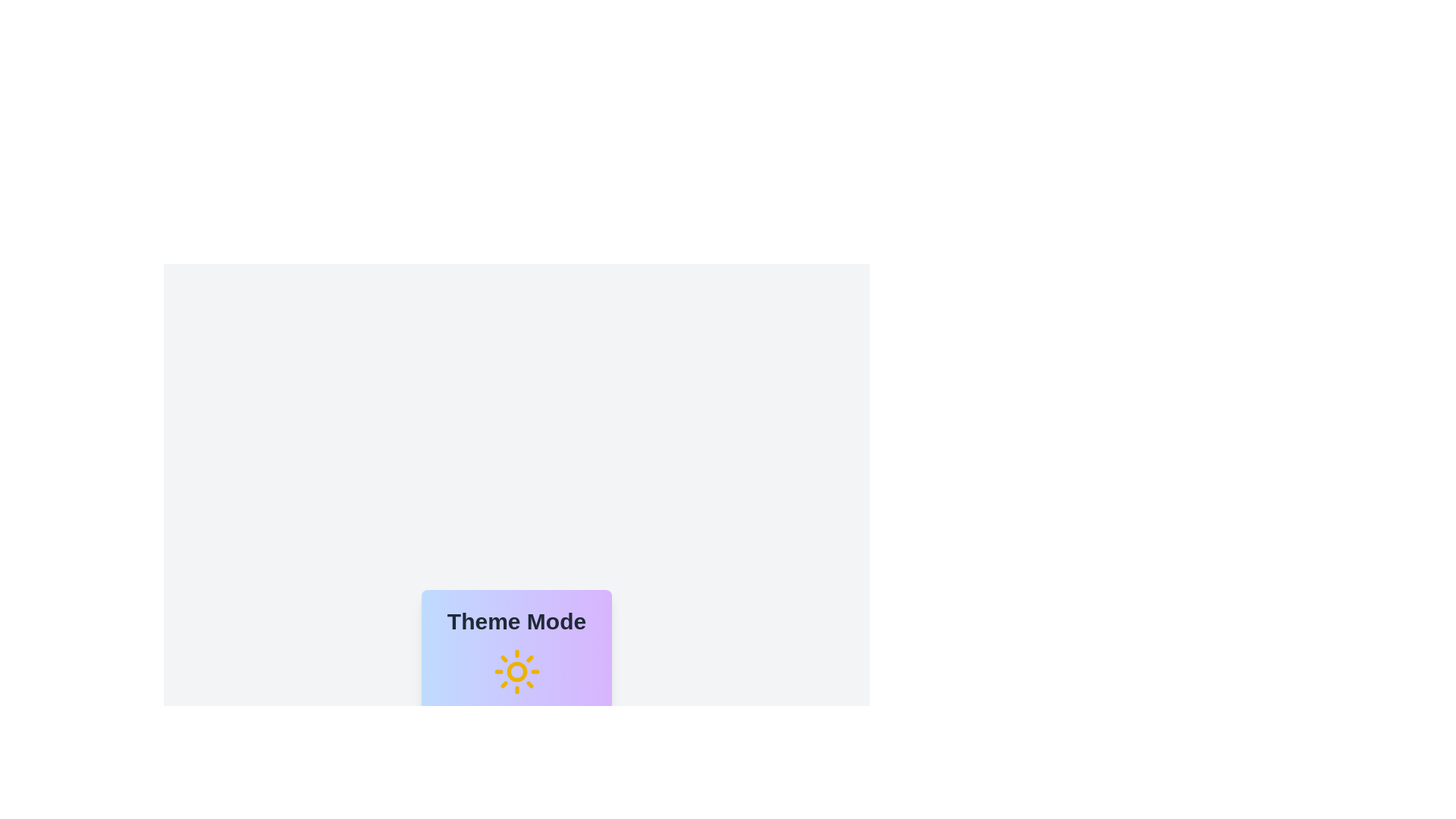 The height and width of the screenshot is (819, 1456). Describe the element at coordinates (516, 671) in the screenshot. I see `the sun icon to inspect its properties` at that location.